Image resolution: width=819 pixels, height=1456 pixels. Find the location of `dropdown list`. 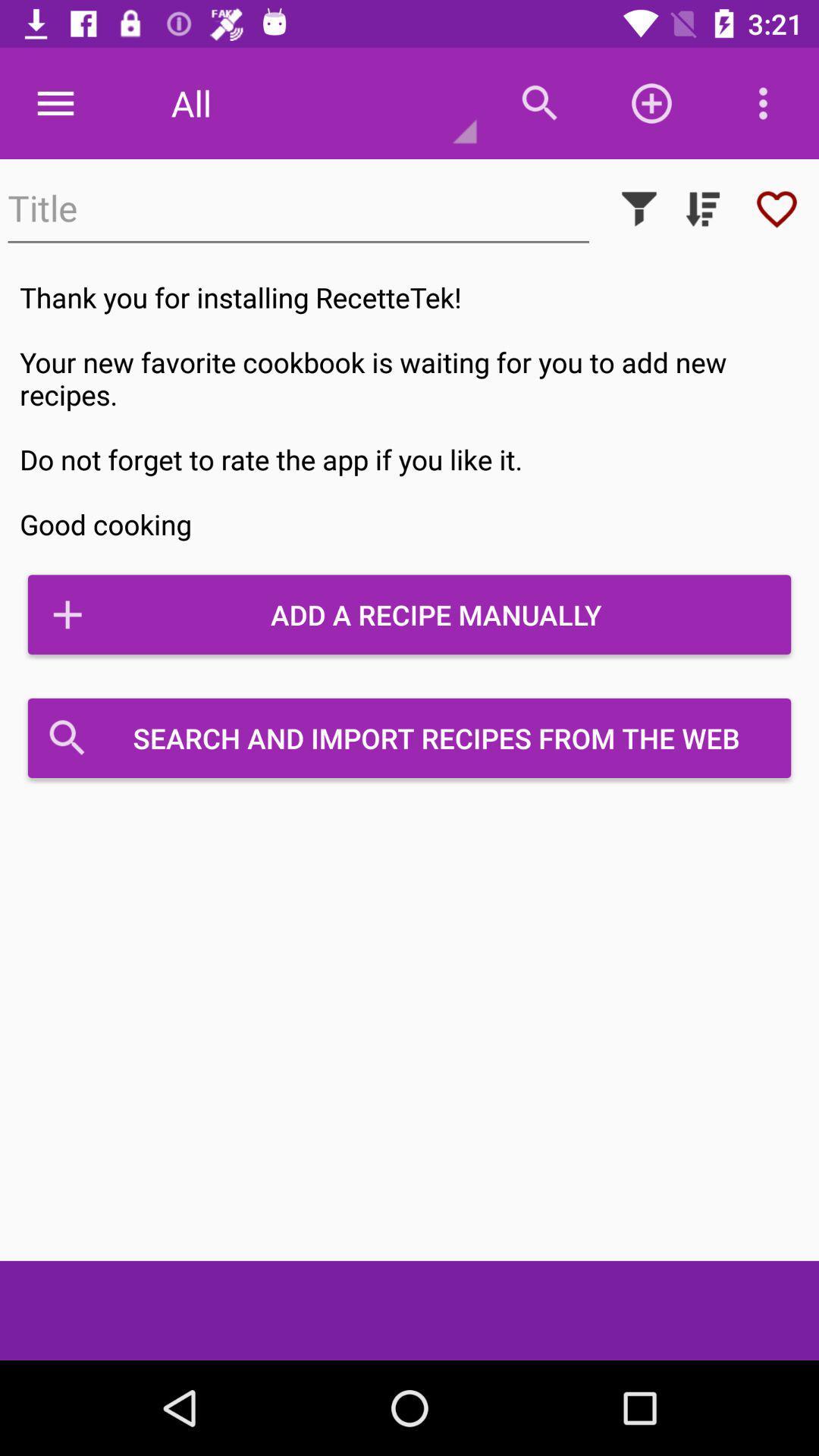

dropdown list is located at coordinates (702, 208).